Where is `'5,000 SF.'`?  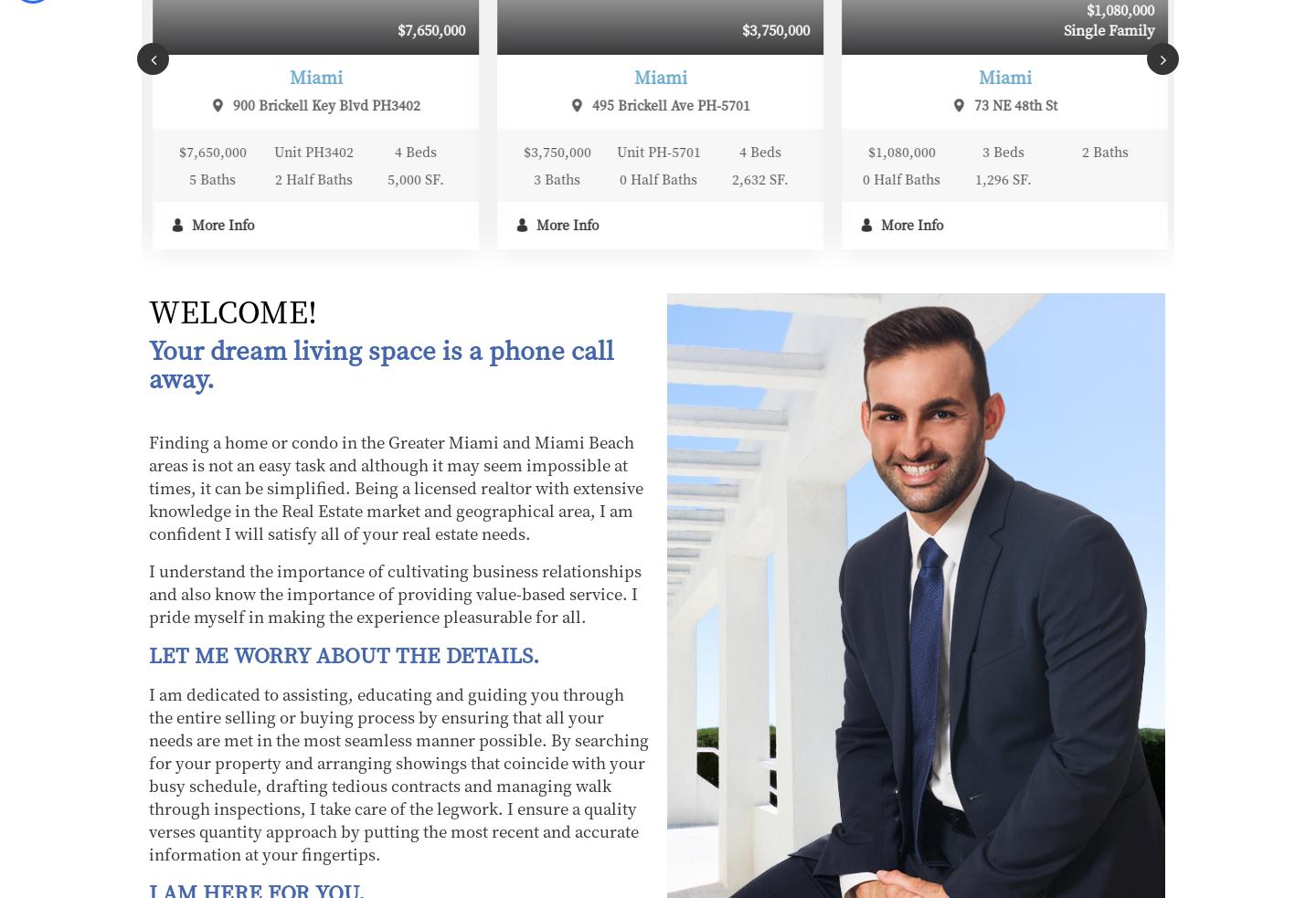
'5,000 SF.' is located at coordinates (74, 179).